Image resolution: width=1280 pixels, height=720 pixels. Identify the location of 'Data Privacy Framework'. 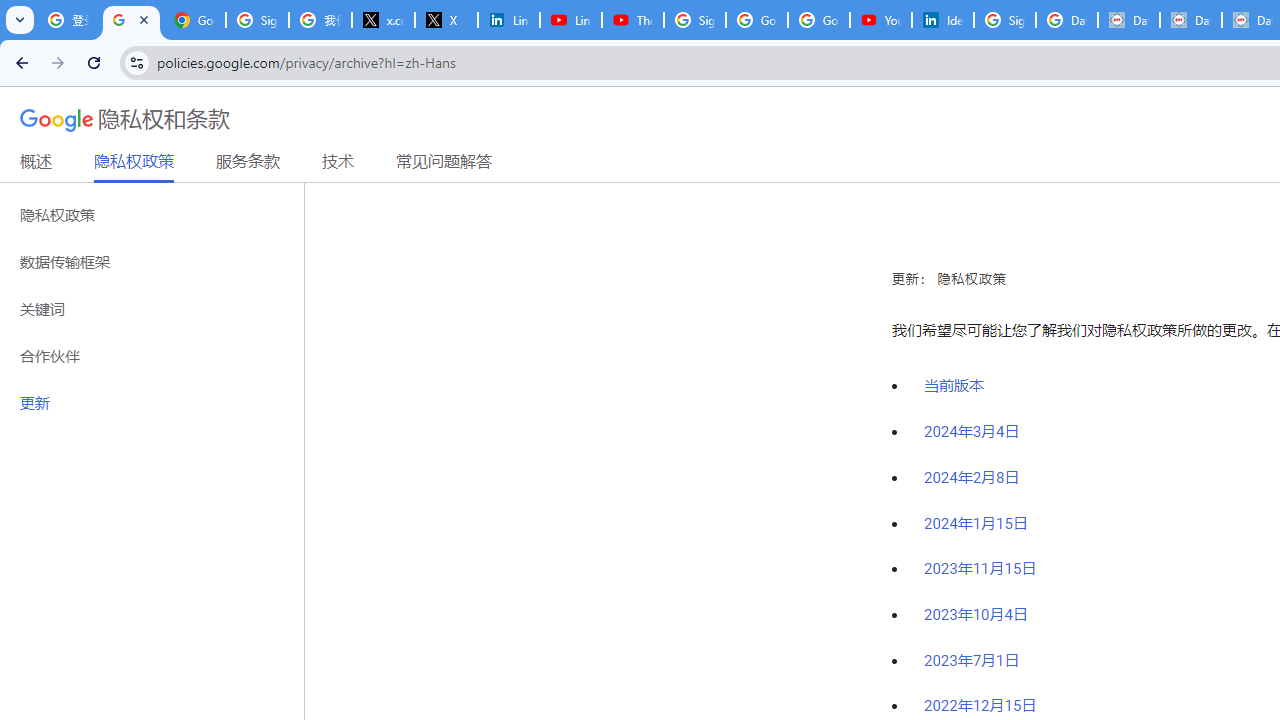
(1128, 20).